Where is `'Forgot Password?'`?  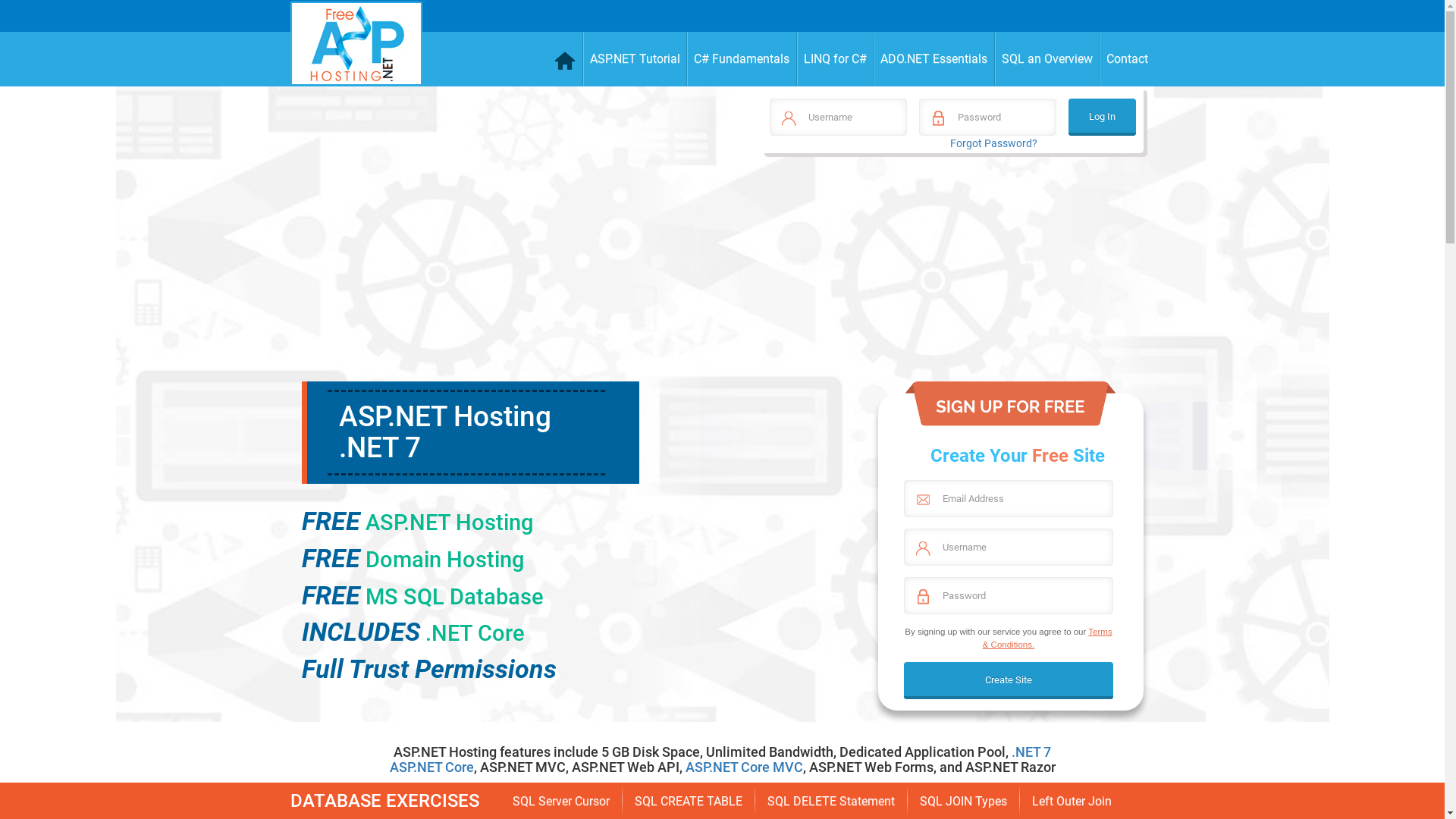
'Forgot Password?' is located at coordinates (949, 143).